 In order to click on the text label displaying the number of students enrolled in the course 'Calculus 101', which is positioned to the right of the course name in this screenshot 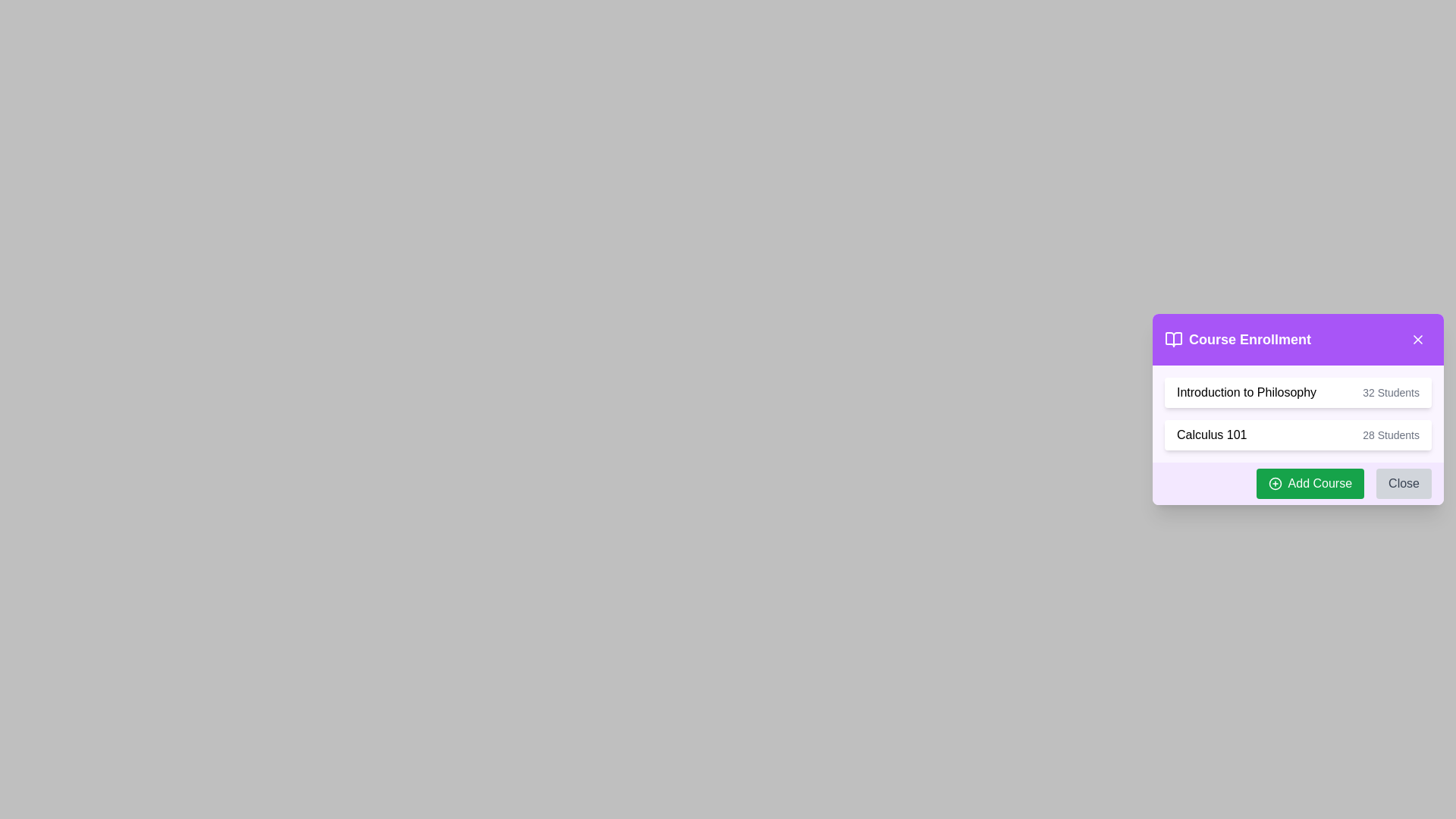, I will do `click(1391, 435)`.